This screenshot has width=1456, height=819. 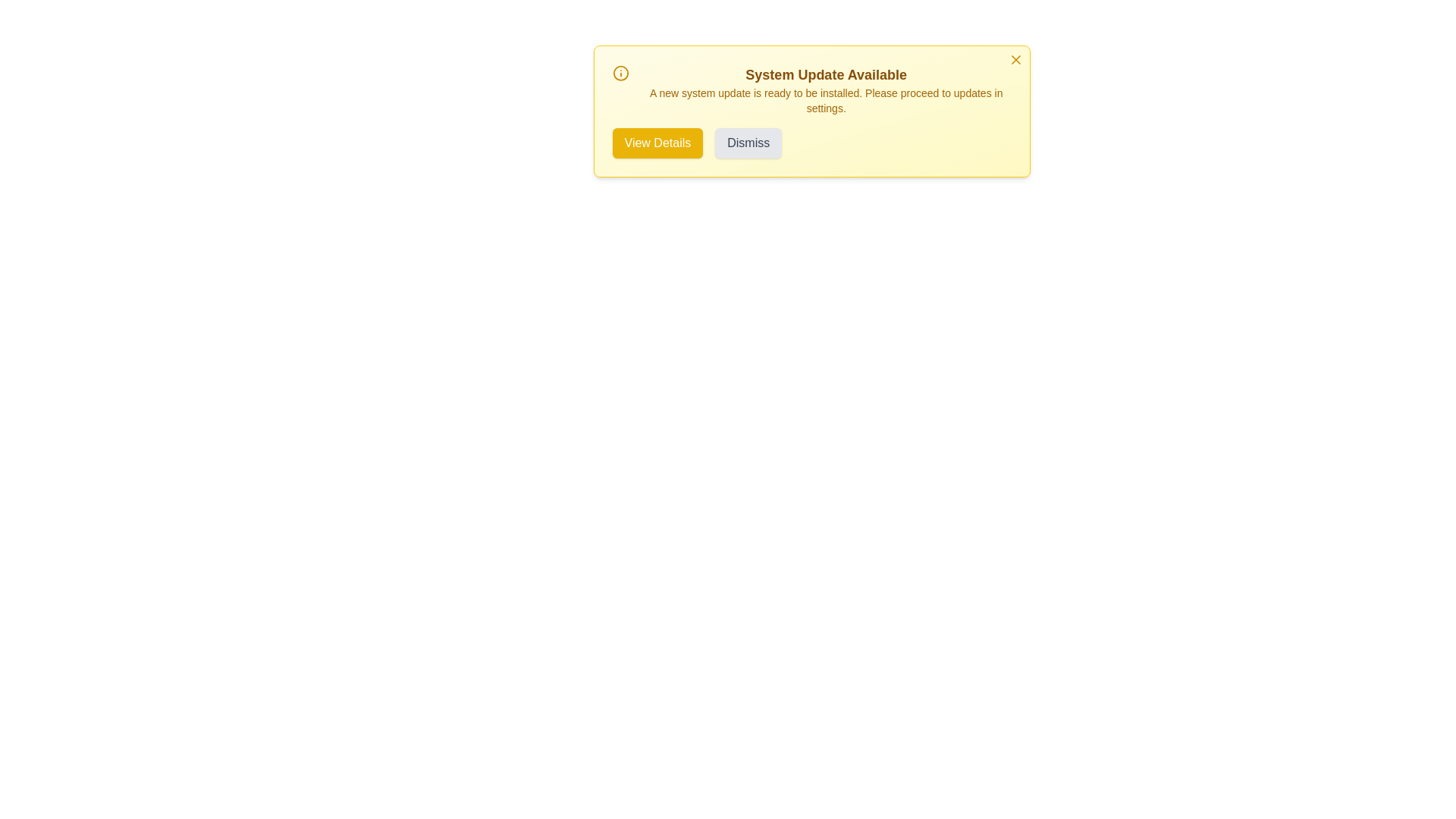 I want to click on the button located to the left of the 'Dismiss' button, so click(x=657, y=143).